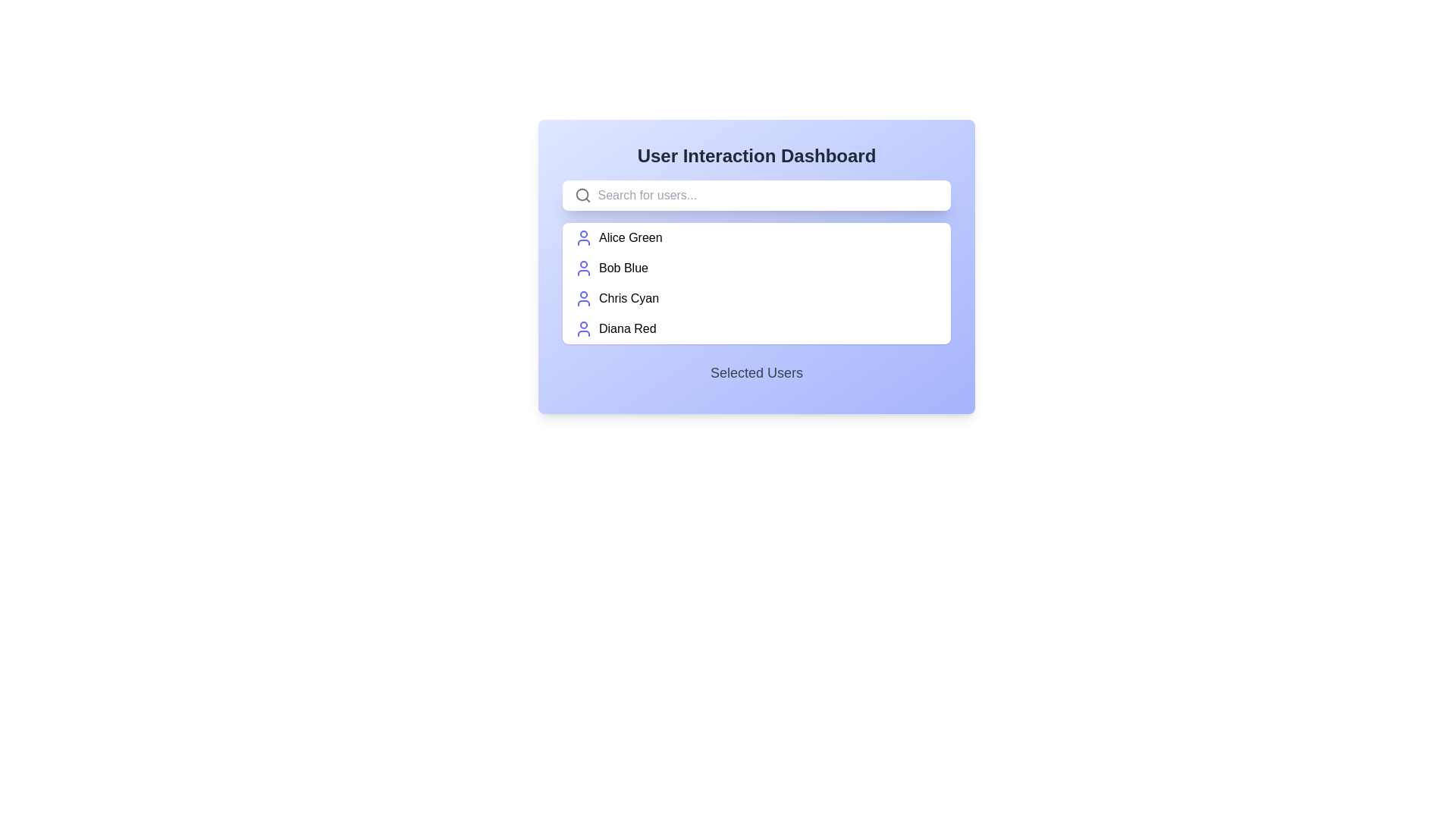 This screenshot has height=819, width=1456. Describe the element at coordinates (582, 194) in the screenshot. I see `the magnifying glass lens circle within the search bar area, which symbolizes the search functionality in the user interface` at that location.